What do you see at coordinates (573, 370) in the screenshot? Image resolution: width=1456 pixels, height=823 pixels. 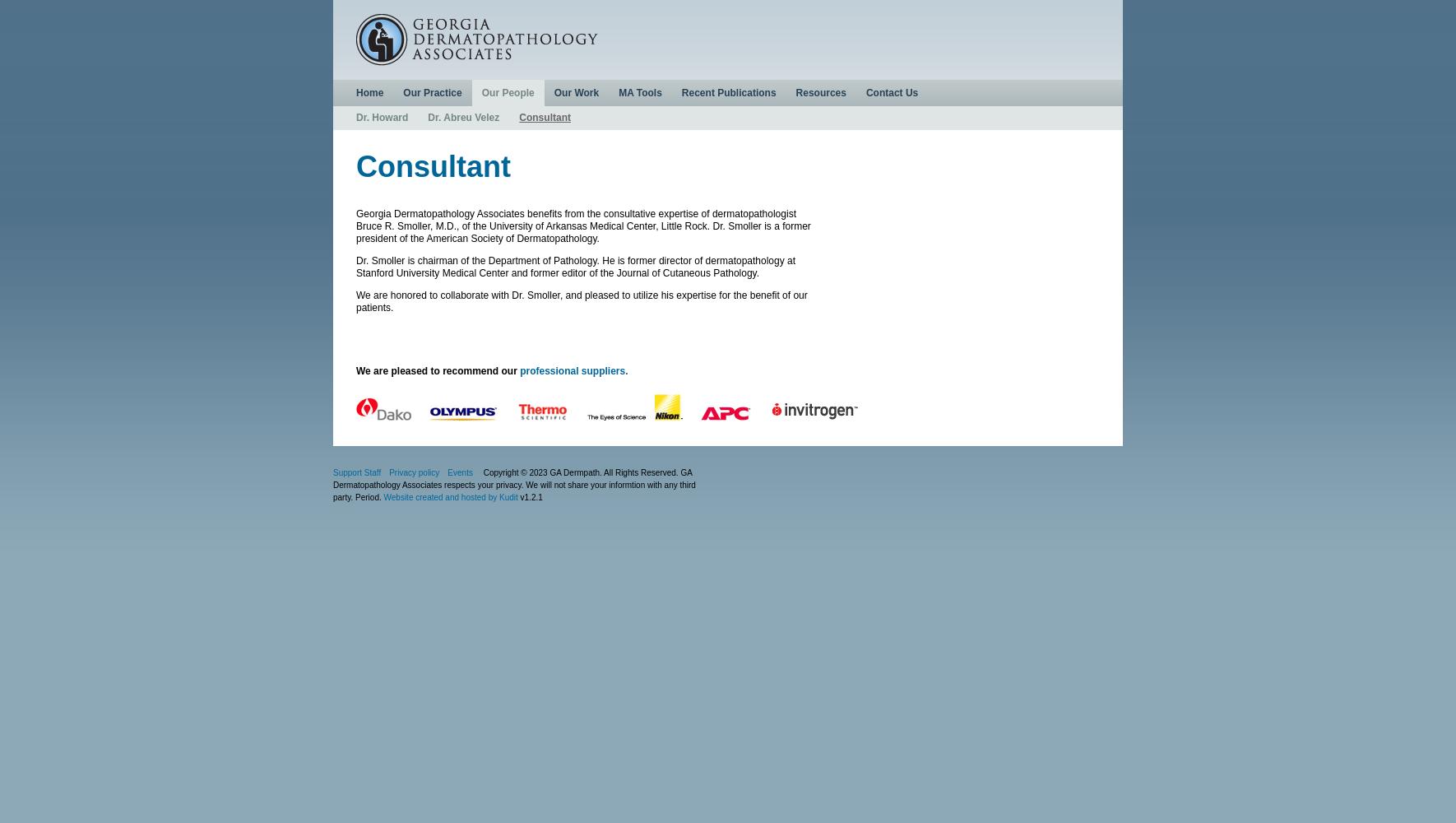 I see `'professional suppliers.'` at bounding box center [573, 370].